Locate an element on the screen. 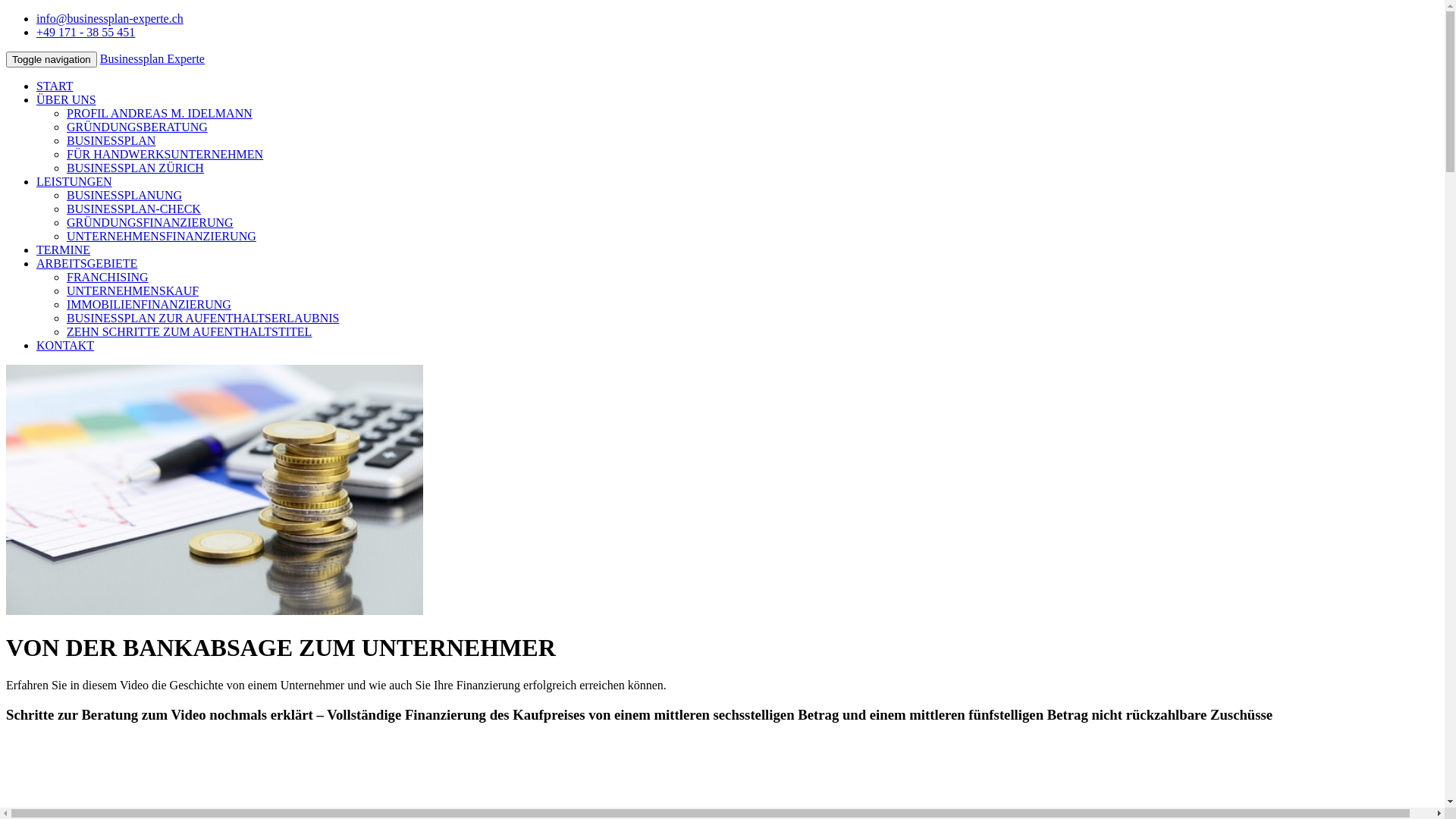 The height and width of the screenshot is (819, 1456). 'BUSINESSPLAN' is located at coordinates (110, 140).